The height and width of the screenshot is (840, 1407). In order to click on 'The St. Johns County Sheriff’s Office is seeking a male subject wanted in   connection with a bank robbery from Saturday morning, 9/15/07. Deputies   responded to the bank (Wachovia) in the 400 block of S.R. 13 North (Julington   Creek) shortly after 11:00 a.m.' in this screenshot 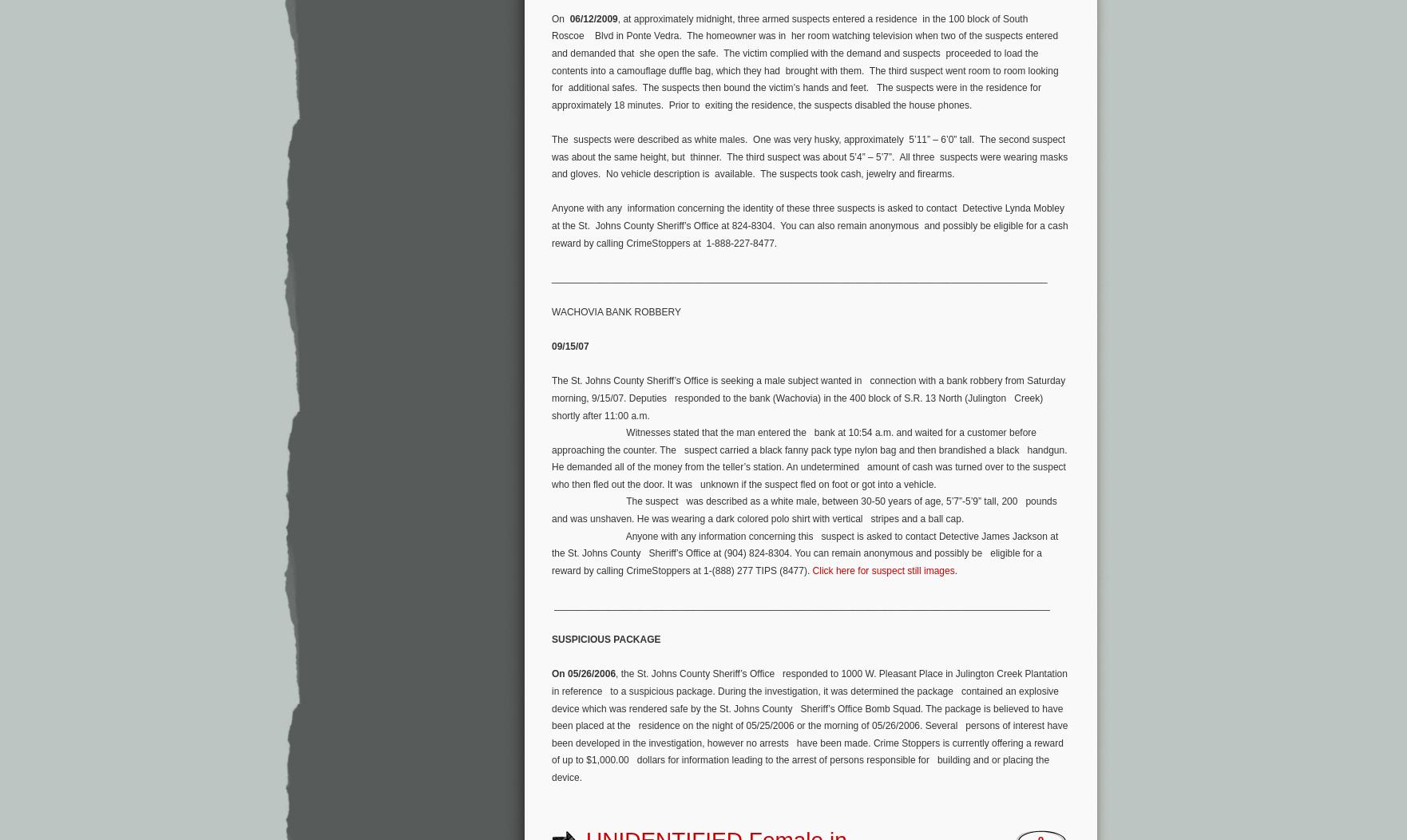, I will do `click(808, 397)`.